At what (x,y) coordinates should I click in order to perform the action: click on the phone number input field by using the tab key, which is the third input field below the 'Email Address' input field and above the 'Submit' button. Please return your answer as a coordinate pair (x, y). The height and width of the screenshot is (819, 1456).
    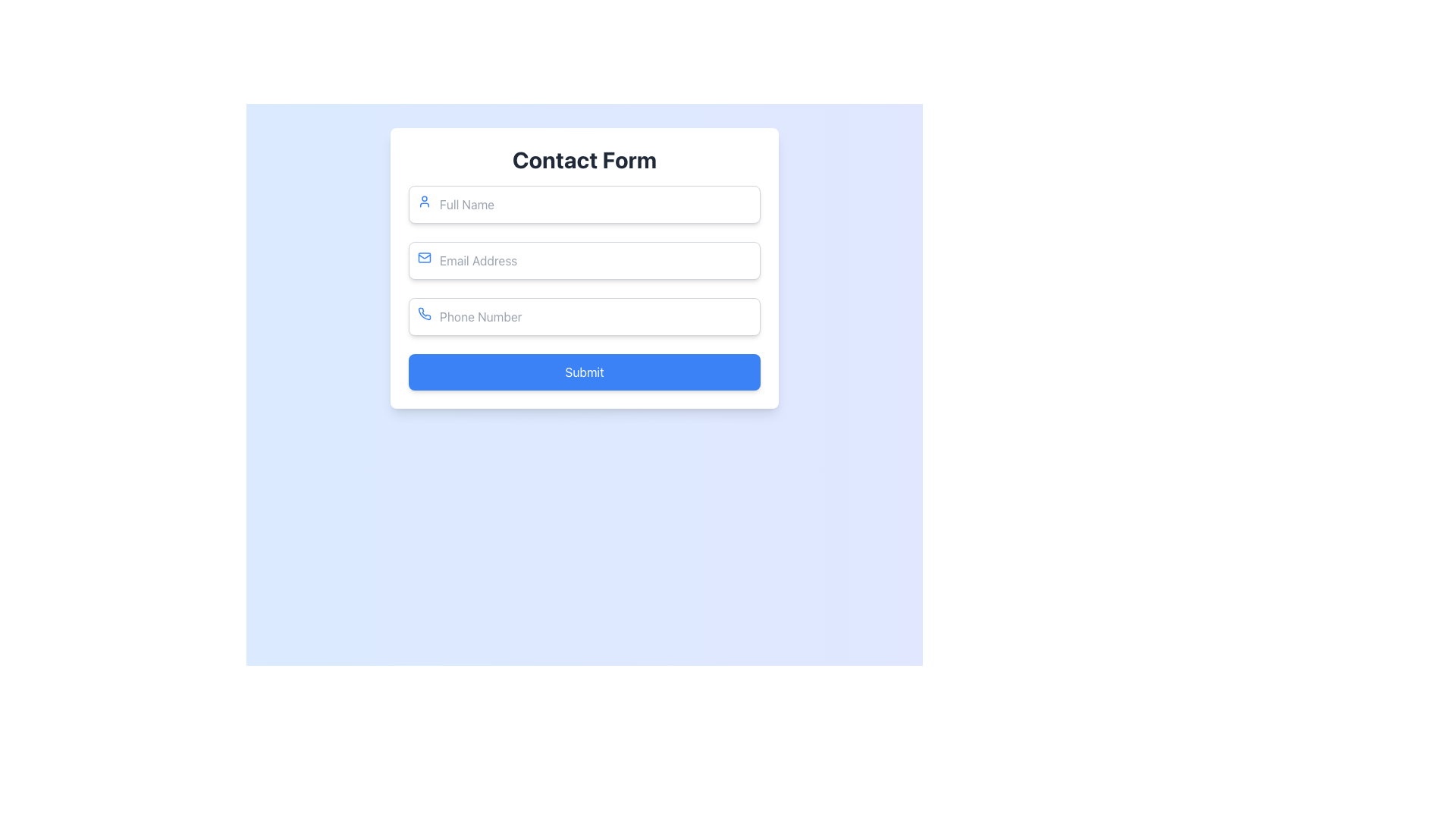
    Looking at the image, I should click on (584, 315).